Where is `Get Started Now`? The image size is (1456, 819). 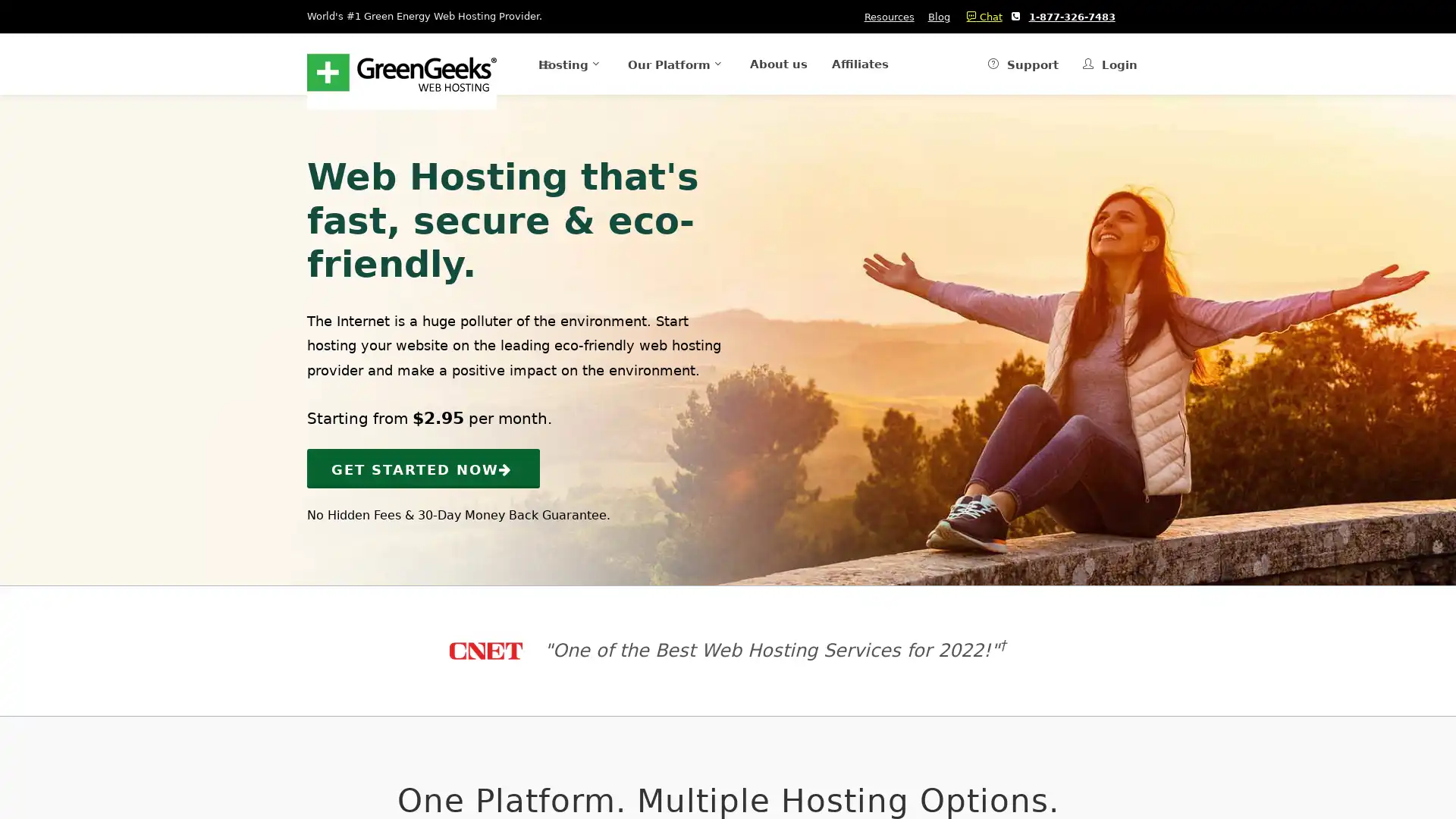
Get Started Now is located at coordinates (423, 467).